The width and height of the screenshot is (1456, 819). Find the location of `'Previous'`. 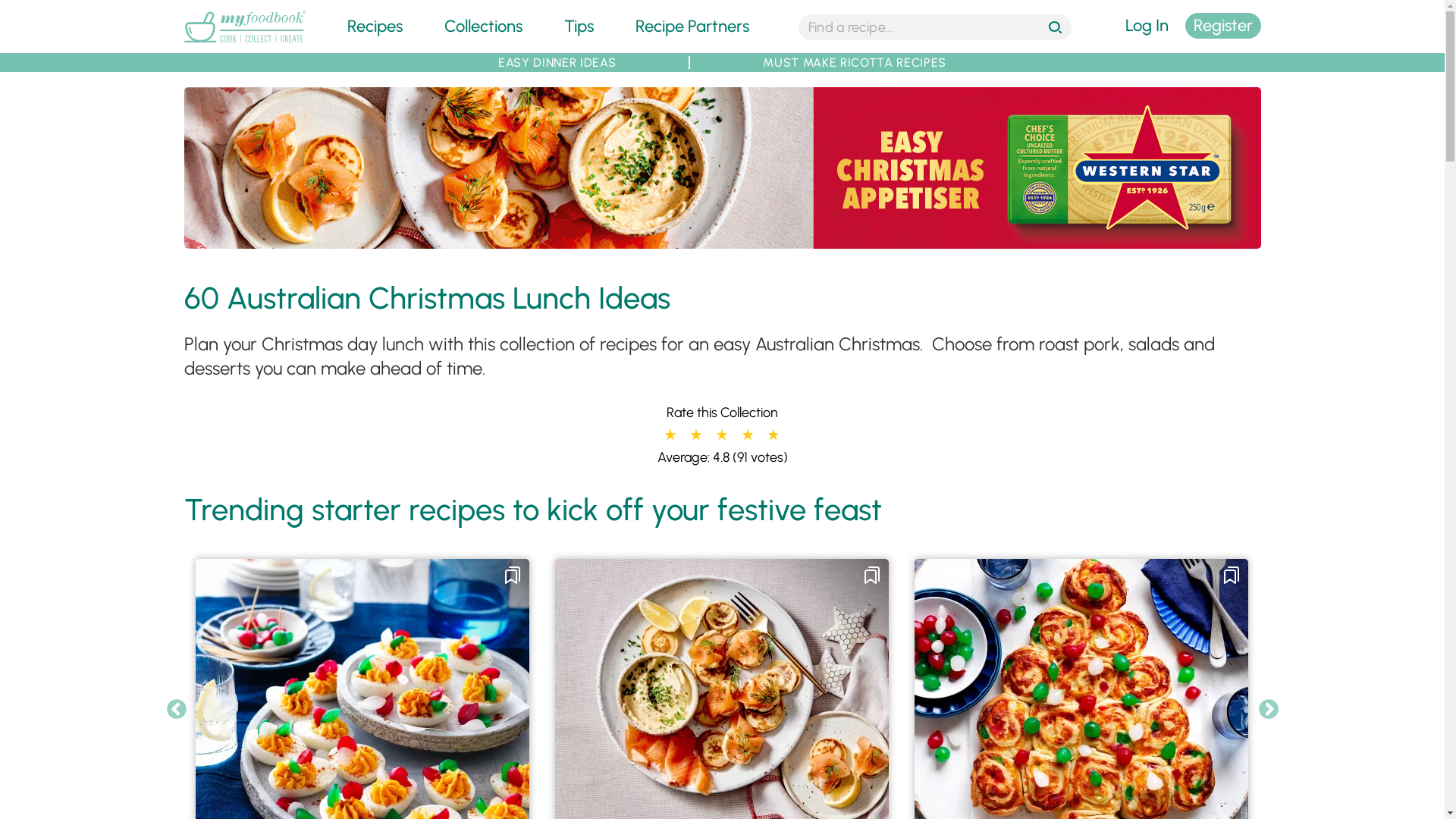

'Previous' is located at coordinates (165, 710).